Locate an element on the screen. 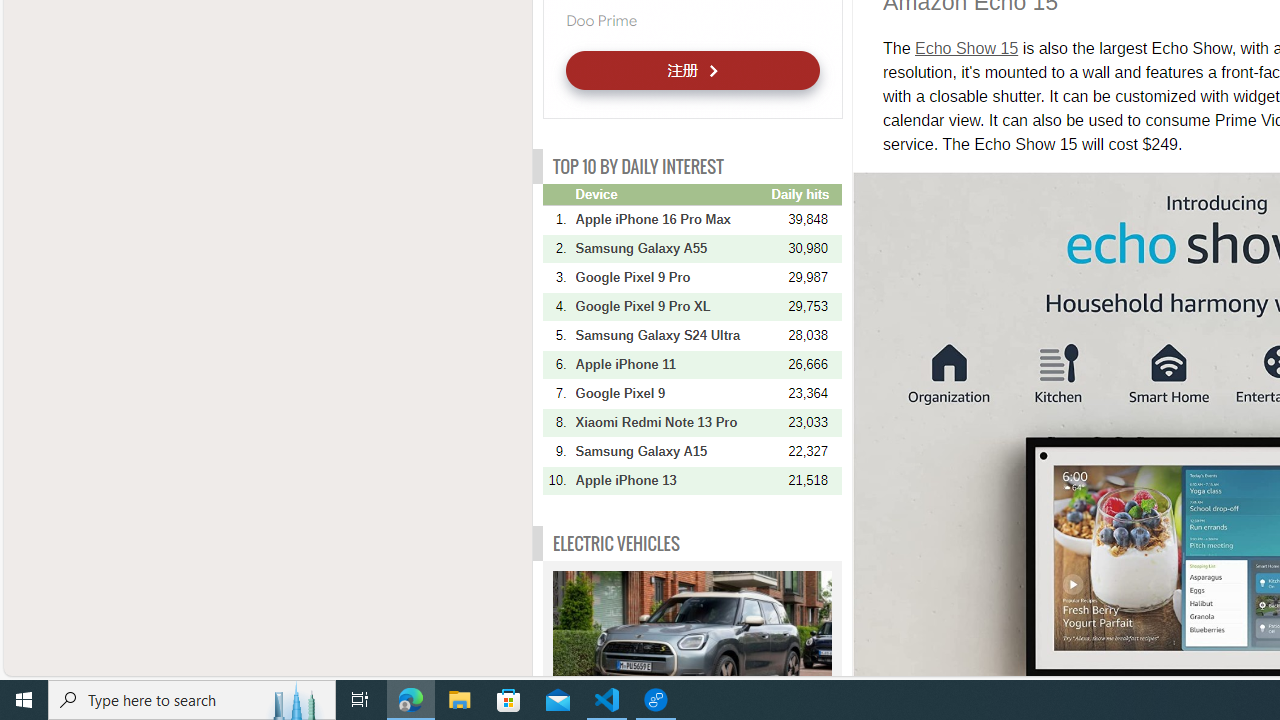 This screenshot has width=1280, height=720. 'Samsung Galaxy S24 Ultra' is located at coordinates (671, 334).